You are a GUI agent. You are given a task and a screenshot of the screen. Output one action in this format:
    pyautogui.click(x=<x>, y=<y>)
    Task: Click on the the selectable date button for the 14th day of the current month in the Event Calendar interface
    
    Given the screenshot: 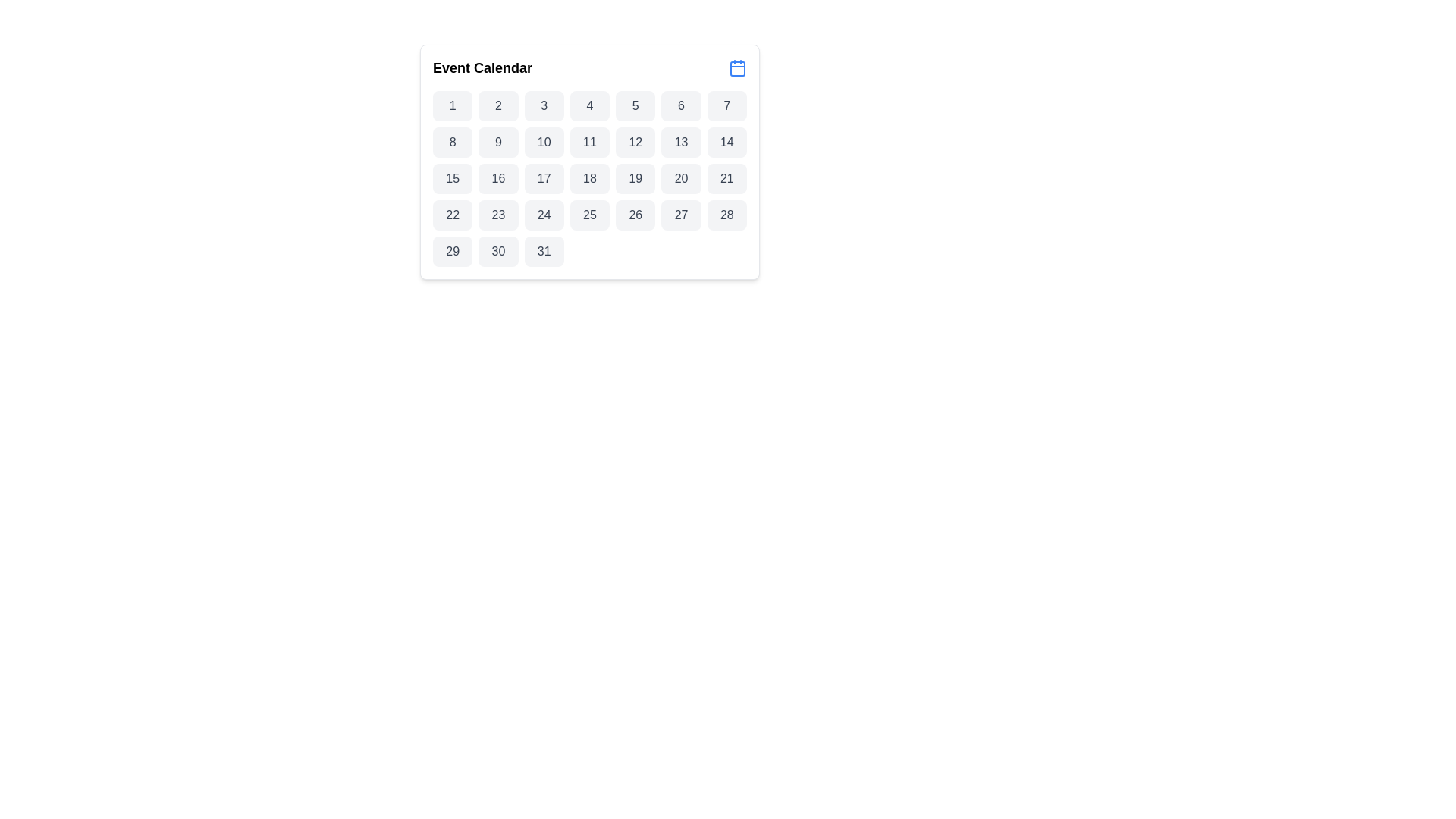 What is the action you would take?
    pyautogui.click(x=726, y=143)
    